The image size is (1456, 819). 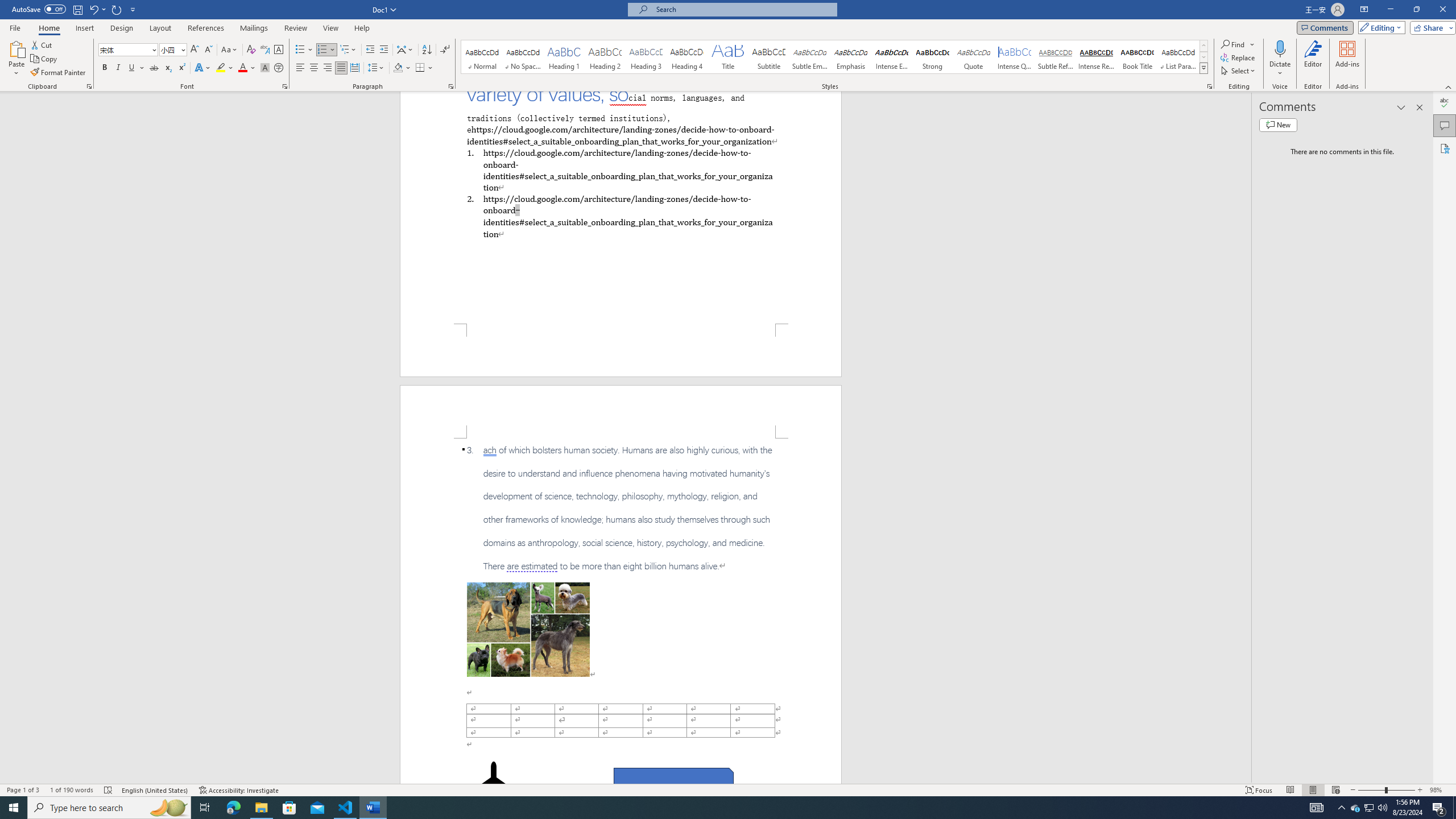 I want to click on 'Accessibility', so click(x=1444, y=148).